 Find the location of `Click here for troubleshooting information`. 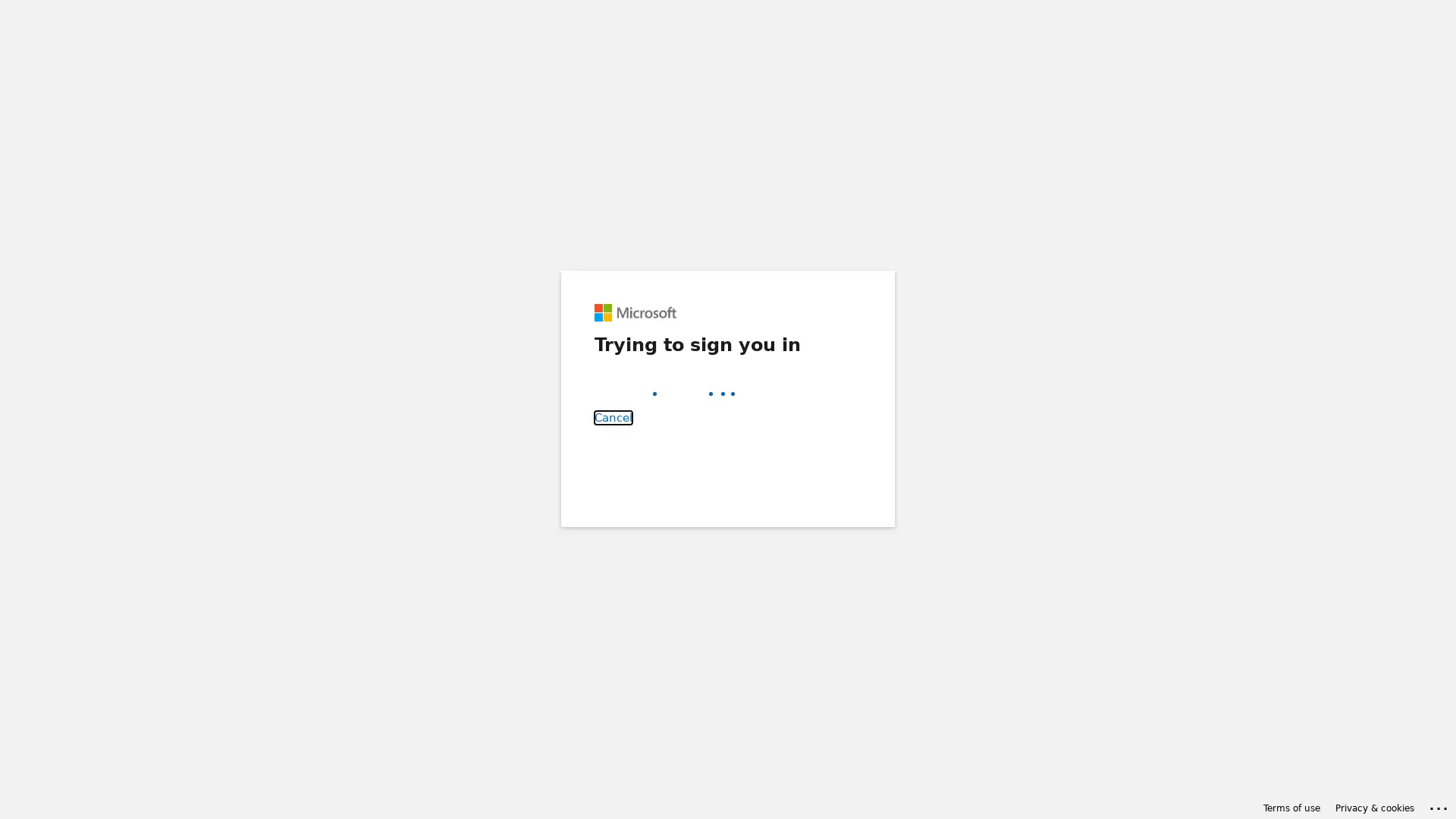

Click here for troubleshooting information is located at coordinates (1439, 805).